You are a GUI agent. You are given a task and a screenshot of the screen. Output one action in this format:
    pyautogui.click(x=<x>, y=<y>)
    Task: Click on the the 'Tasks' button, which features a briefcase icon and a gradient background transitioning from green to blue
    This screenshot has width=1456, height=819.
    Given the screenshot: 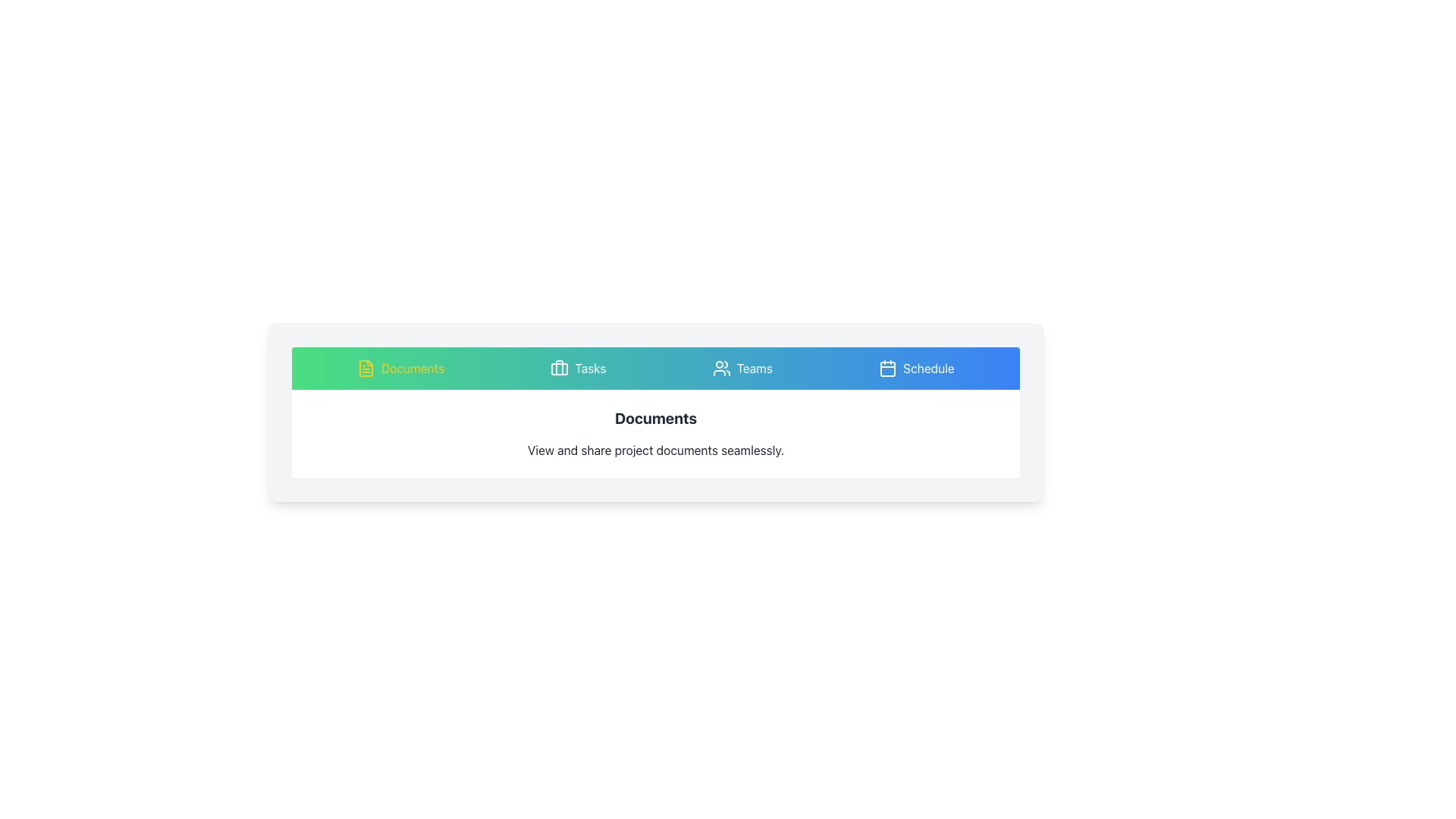 What is the action you would take?
    pyautogui.click(x=577, y=369)
    